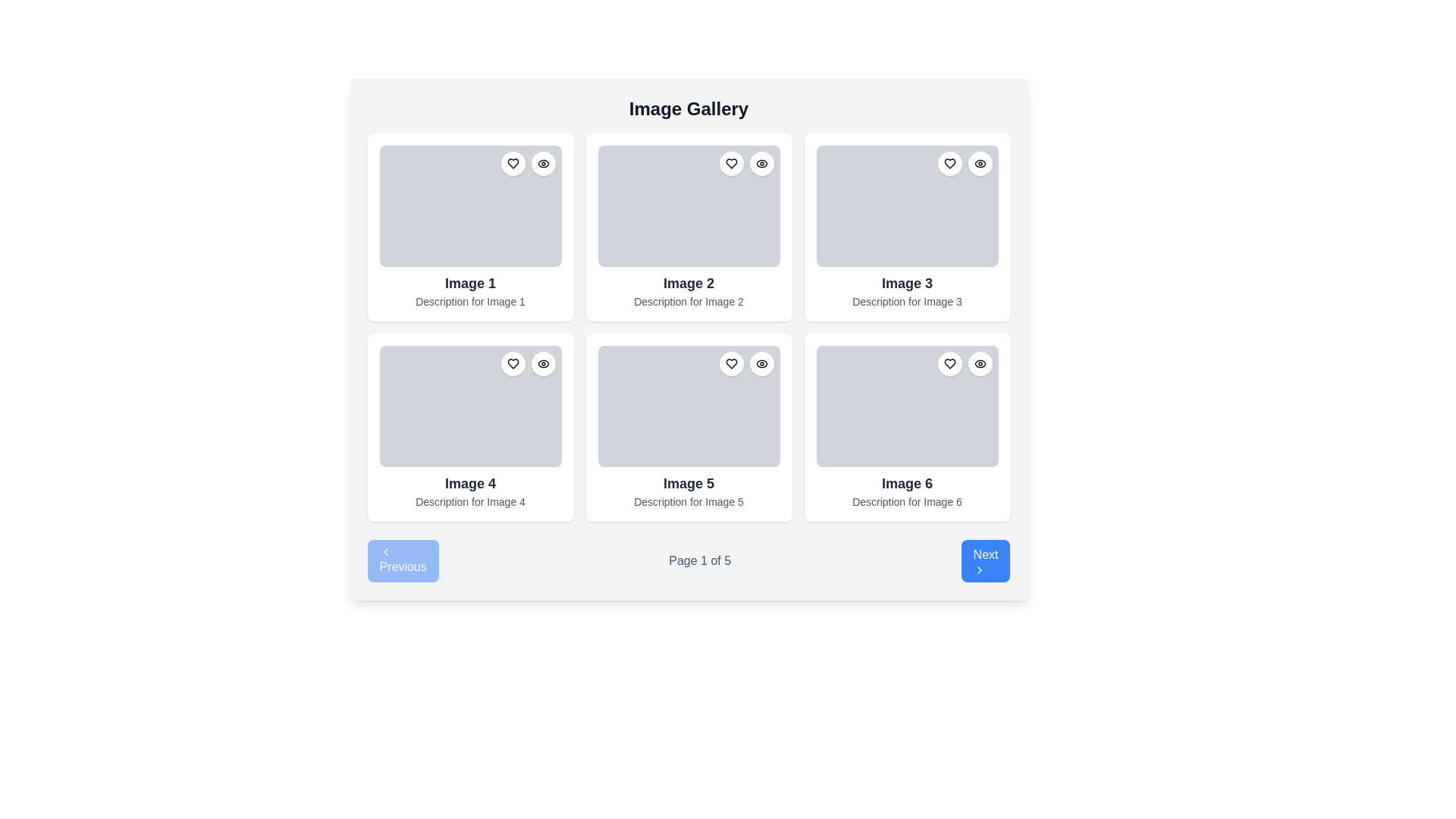  I want to click on the heart icon button located at the top-right corner of the 'Image 5' card in the second row, first column of the grid to like the image, so click(731, 363).